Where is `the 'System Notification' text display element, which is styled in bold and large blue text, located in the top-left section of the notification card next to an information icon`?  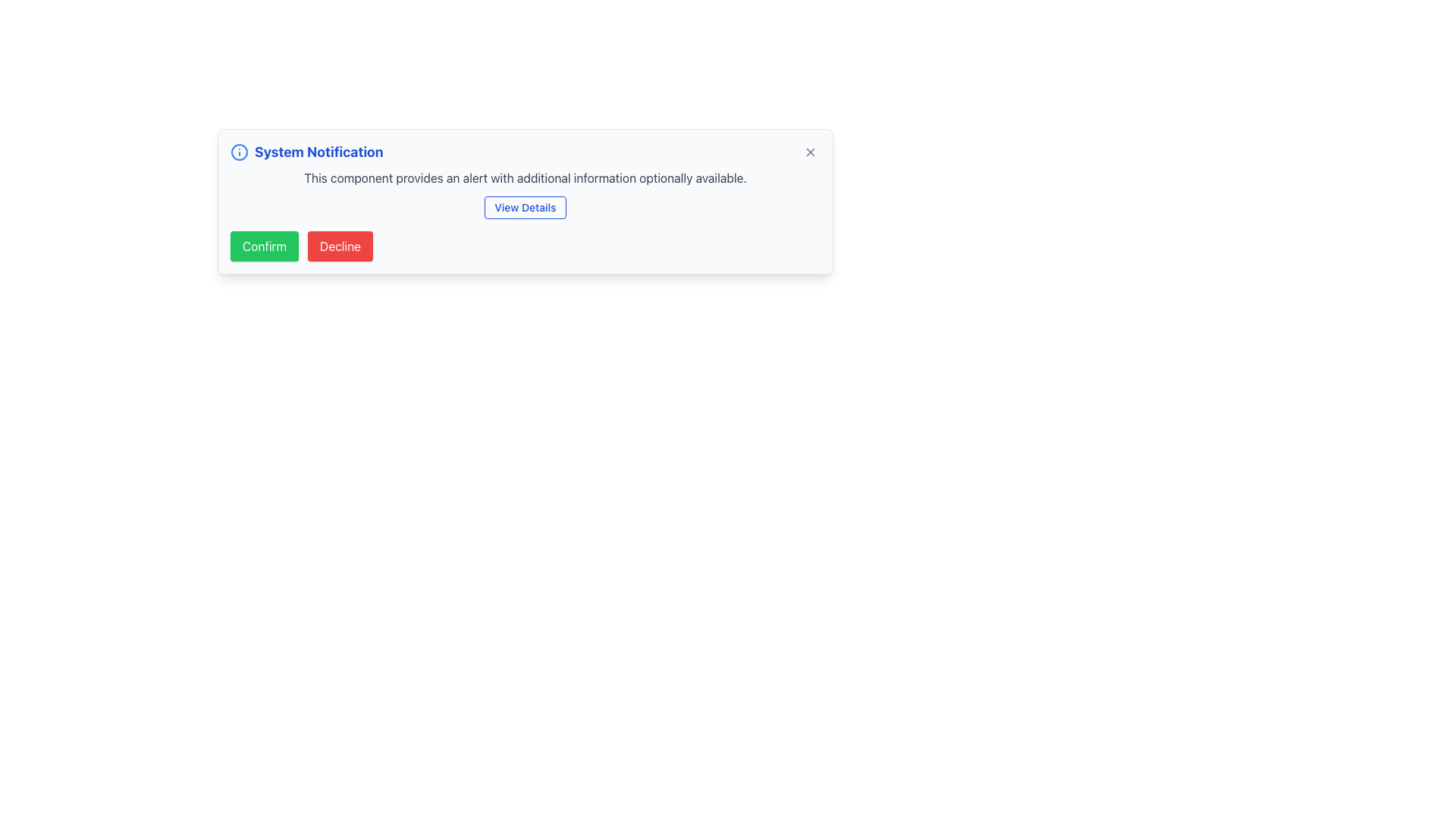
the 'System Notification' text display element, which is styled in bold and large blue text, located in the top-left section of the notification card next to an information icon is located at coordinates (318, 152).